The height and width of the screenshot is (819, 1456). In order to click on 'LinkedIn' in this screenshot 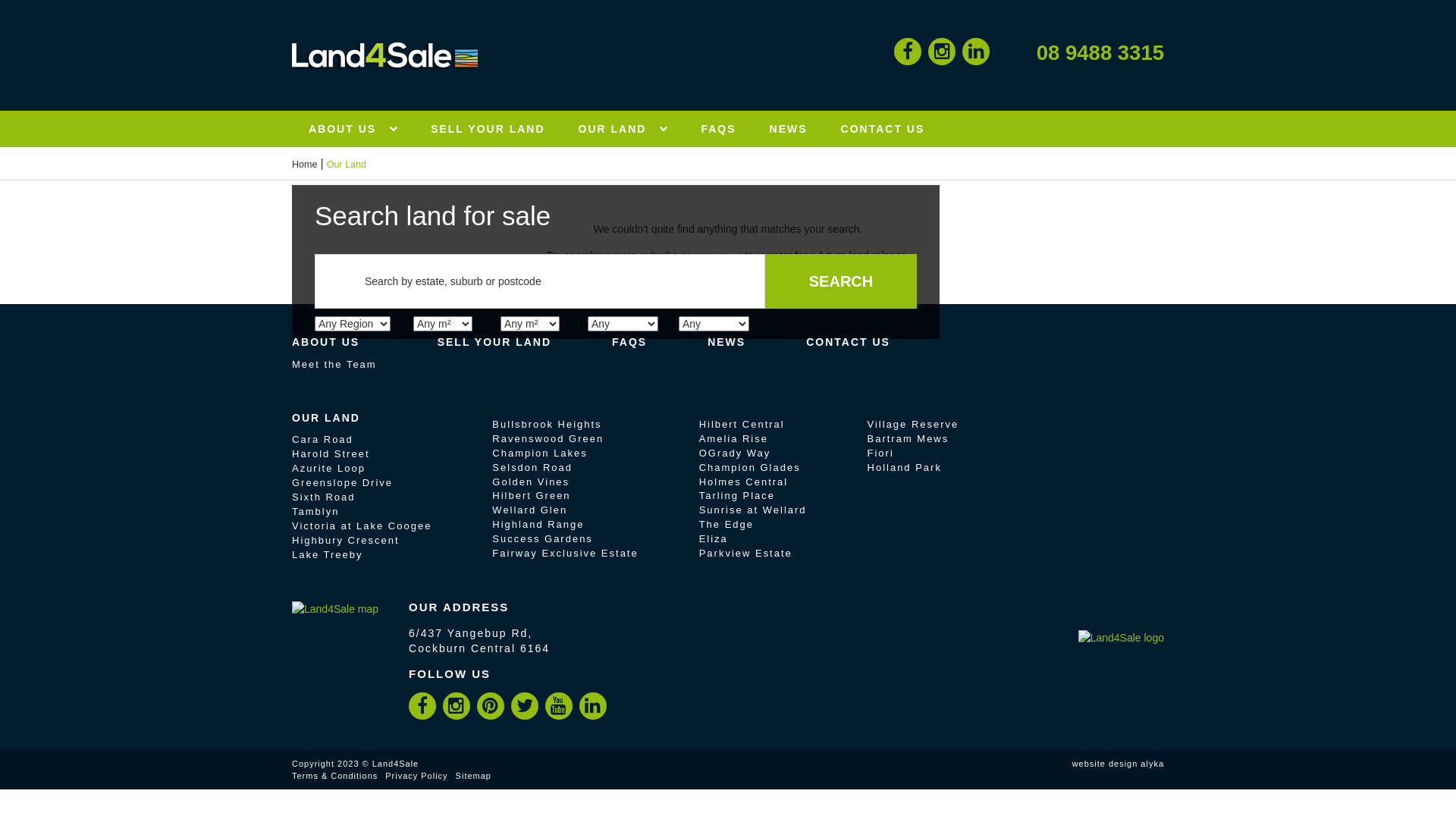, I will do `click(591, 704)`.